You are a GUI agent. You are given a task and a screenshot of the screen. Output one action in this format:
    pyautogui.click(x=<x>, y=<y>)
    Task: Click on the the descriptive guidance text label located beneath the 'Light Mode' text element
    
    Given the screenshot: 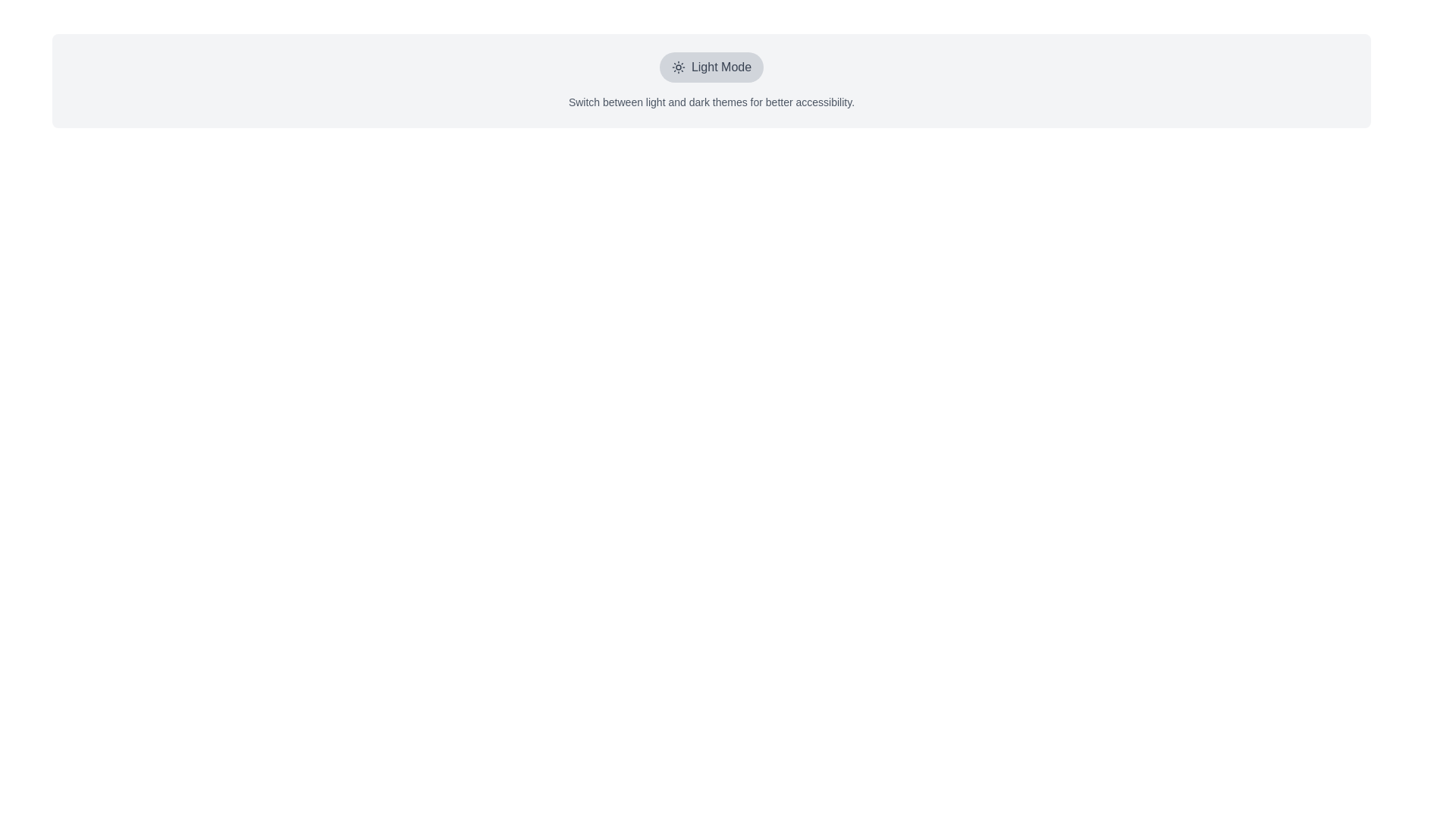 What is the action you would take?
    pyautogui.click(x=711, y=102)
    